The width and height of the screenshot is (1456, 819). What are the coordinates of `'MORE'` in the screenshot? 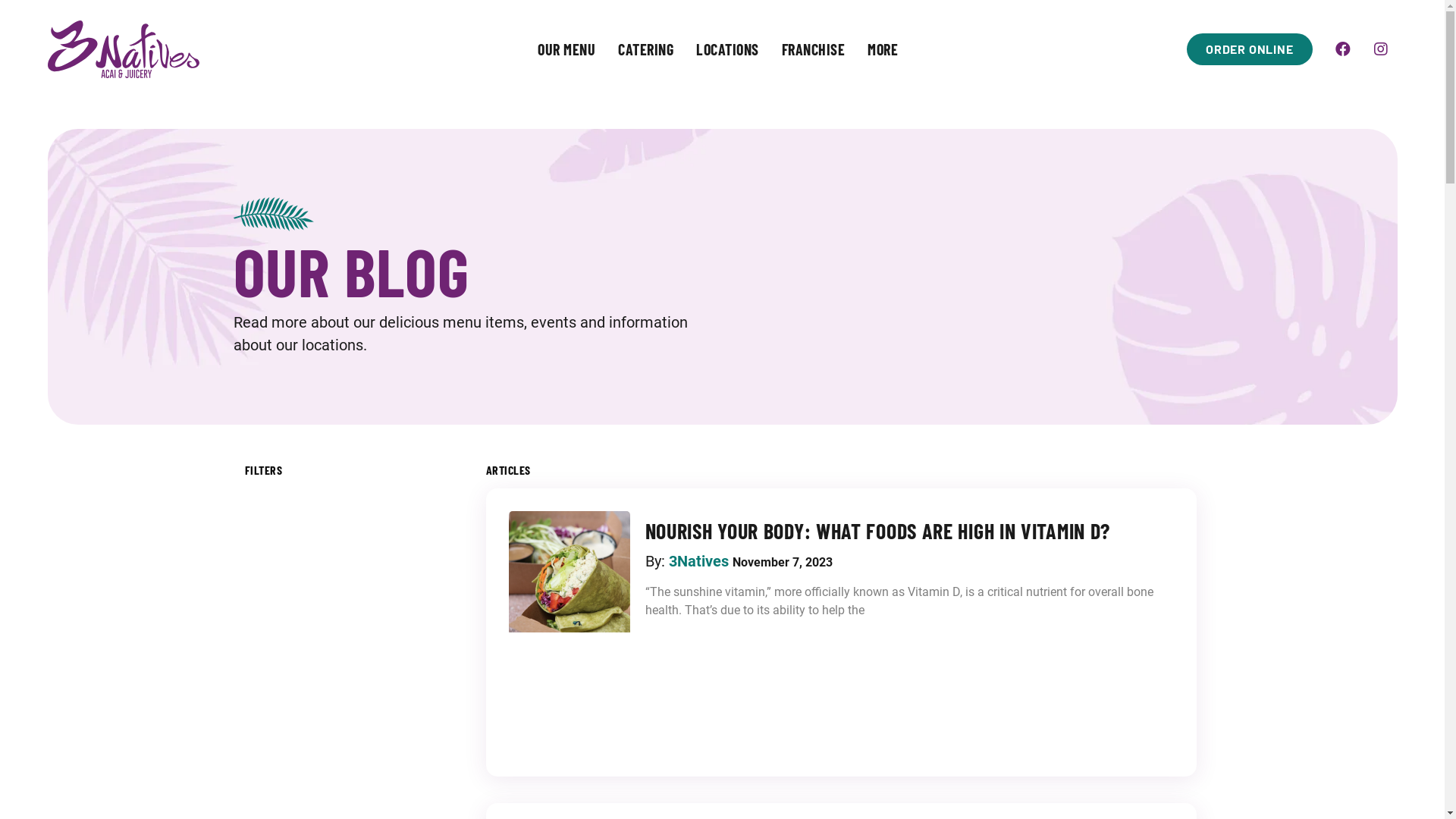 It's located at (882, 49).